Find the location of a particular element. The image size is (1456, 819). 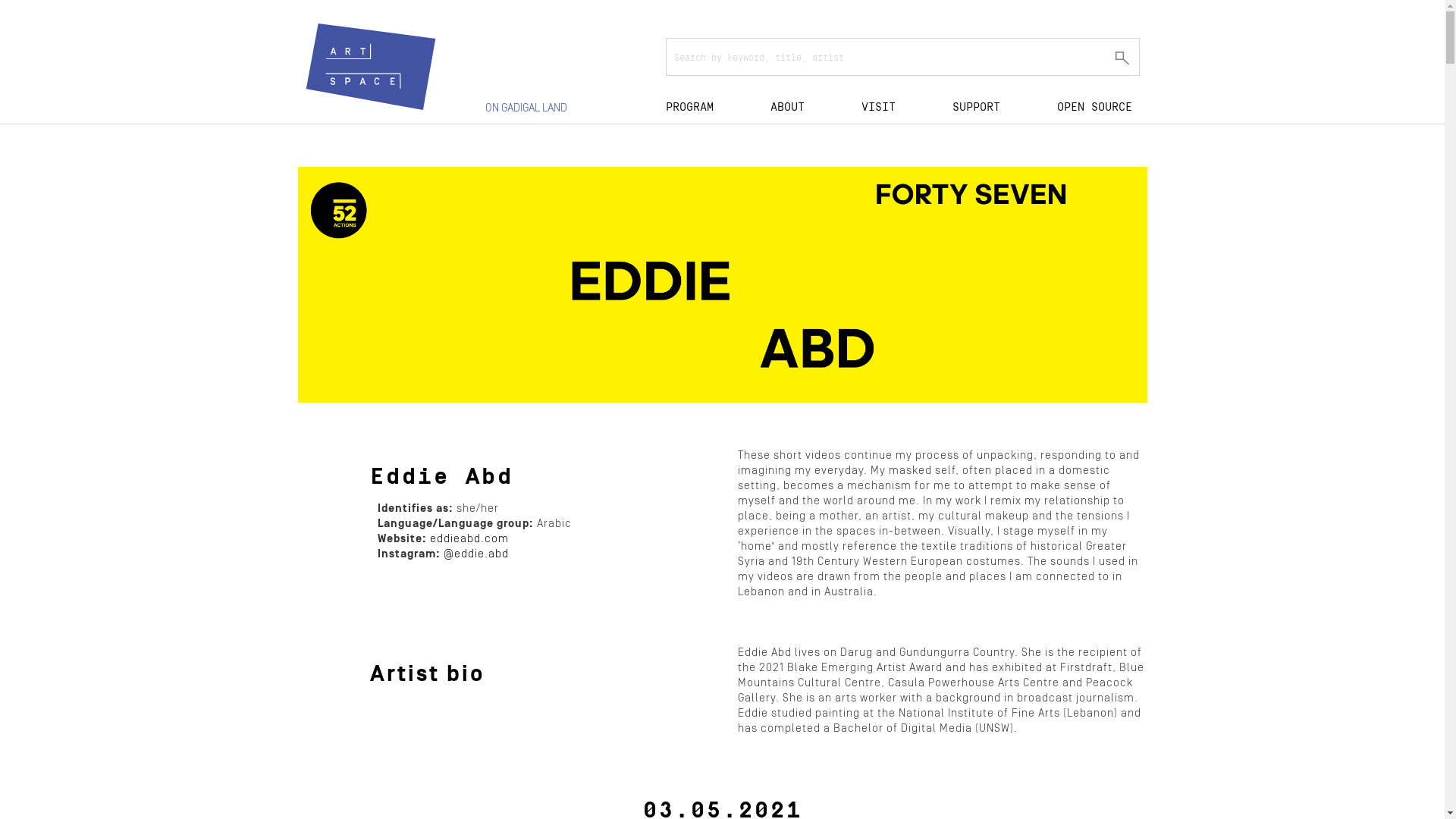

'PROGRAM' is located at coordinates (666, 105).